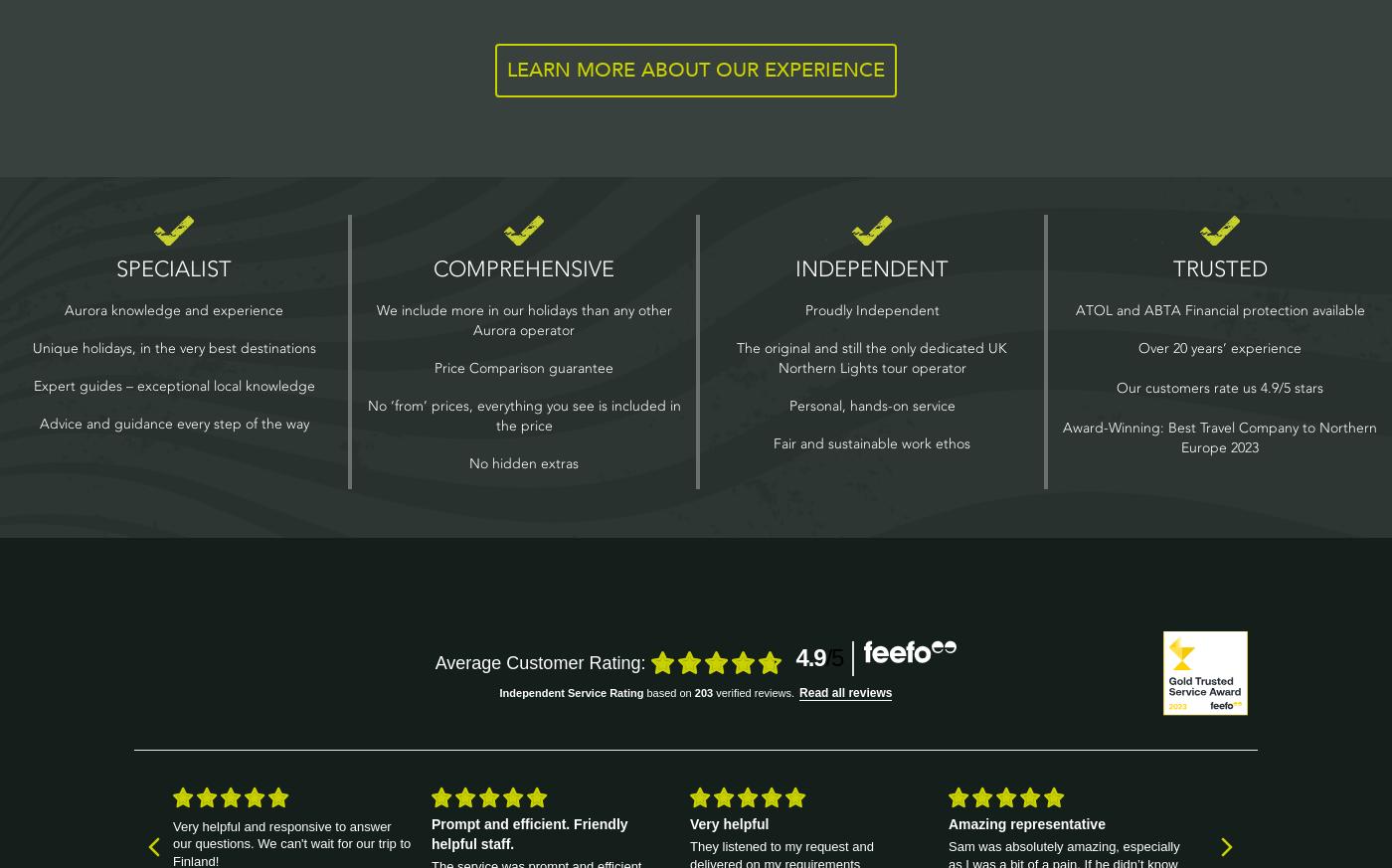 Image resolution: width=1392 pixels, height=868 pixels. Describe the element at coordinates (1288, 823) in the screenshot. I see `'Helpful booking process'` at that location.